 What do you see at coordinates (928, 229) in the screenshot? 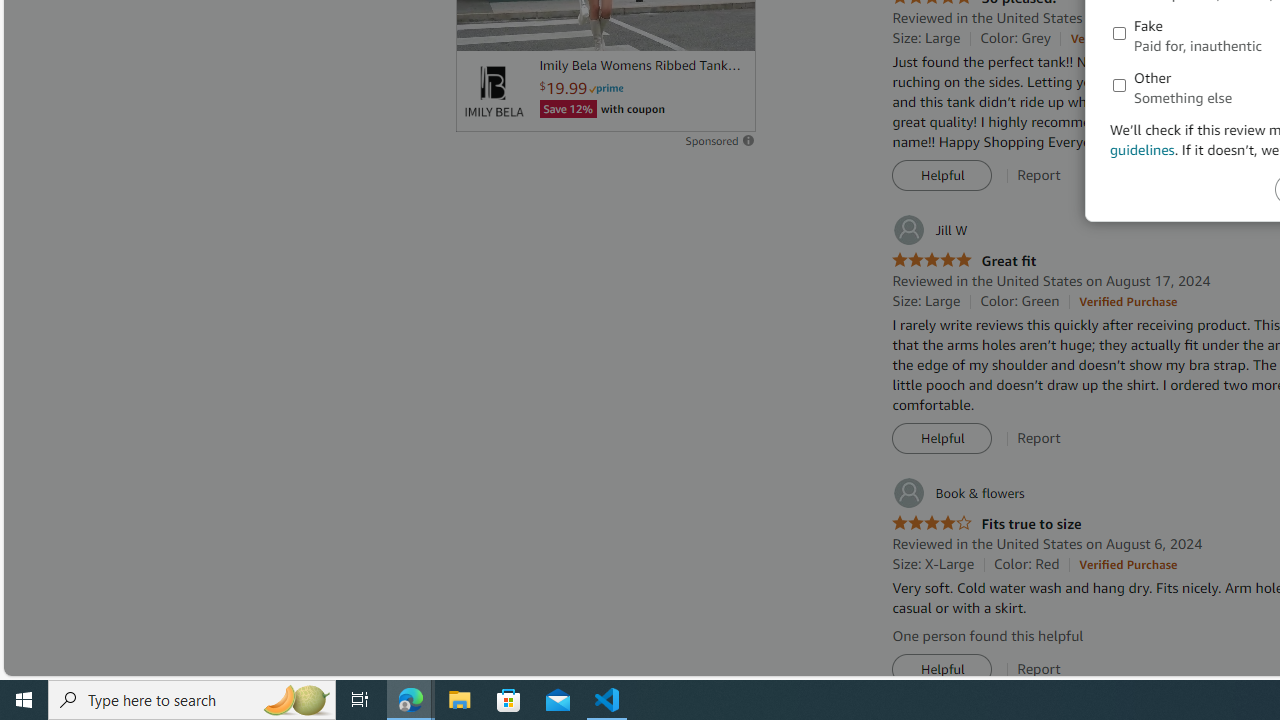
I see `'Jill W'` at bounding box center [928, 229].